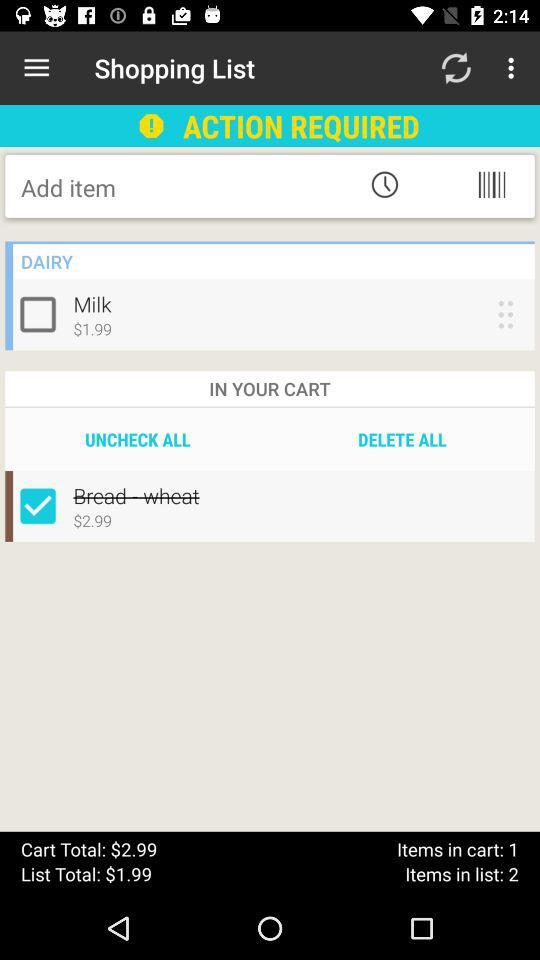 The width and height of the screenshot is (540, 960). Describe the element at coordinates (402, 439) in the screenshot. I see `the delete all icon` at that location.